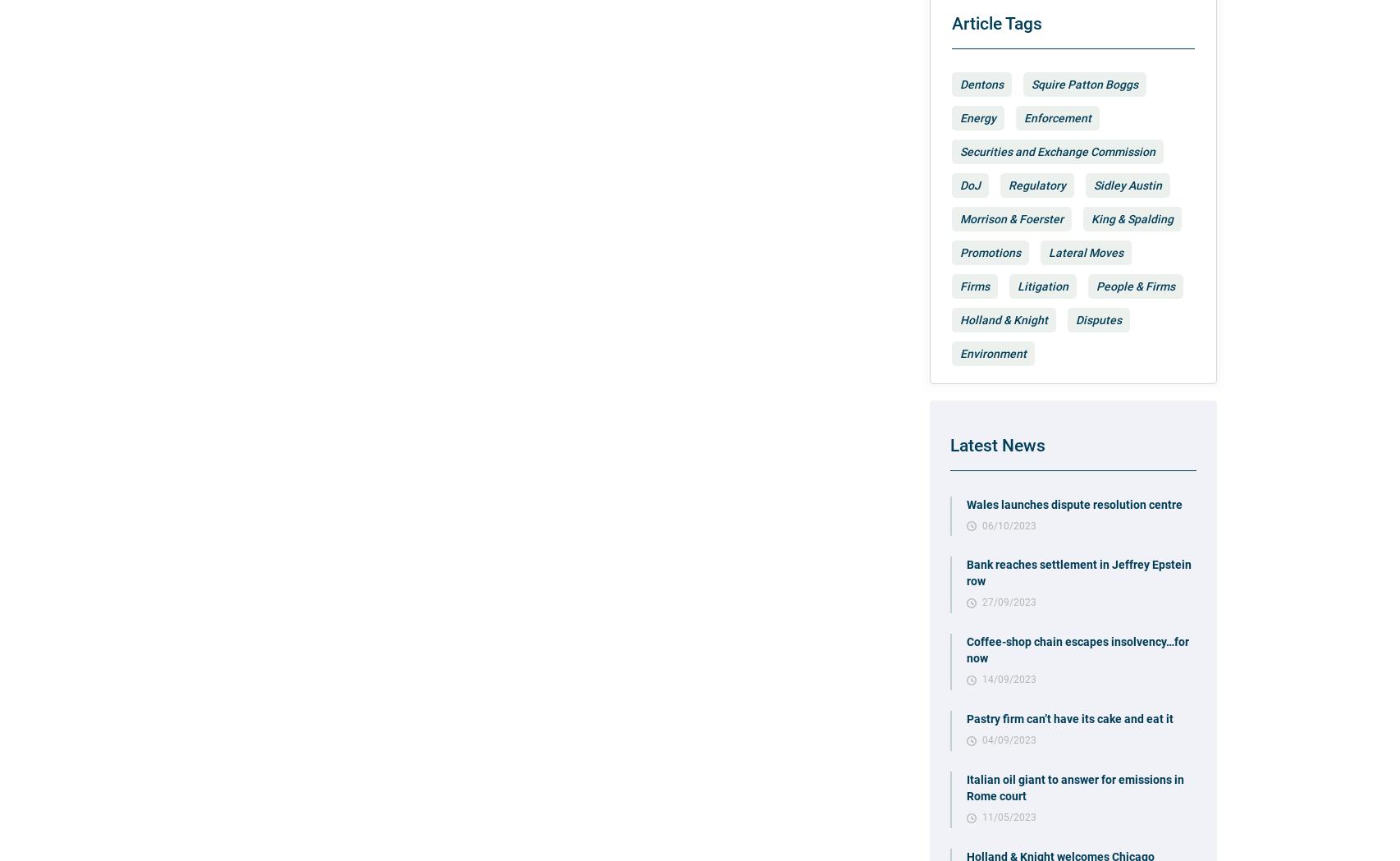 This screenshot has height=861, width=1400. What do you see at coordinates (1131, 218) in the screenshot?
I see `'King & Spalding'` at bounding box center [1131, 218].